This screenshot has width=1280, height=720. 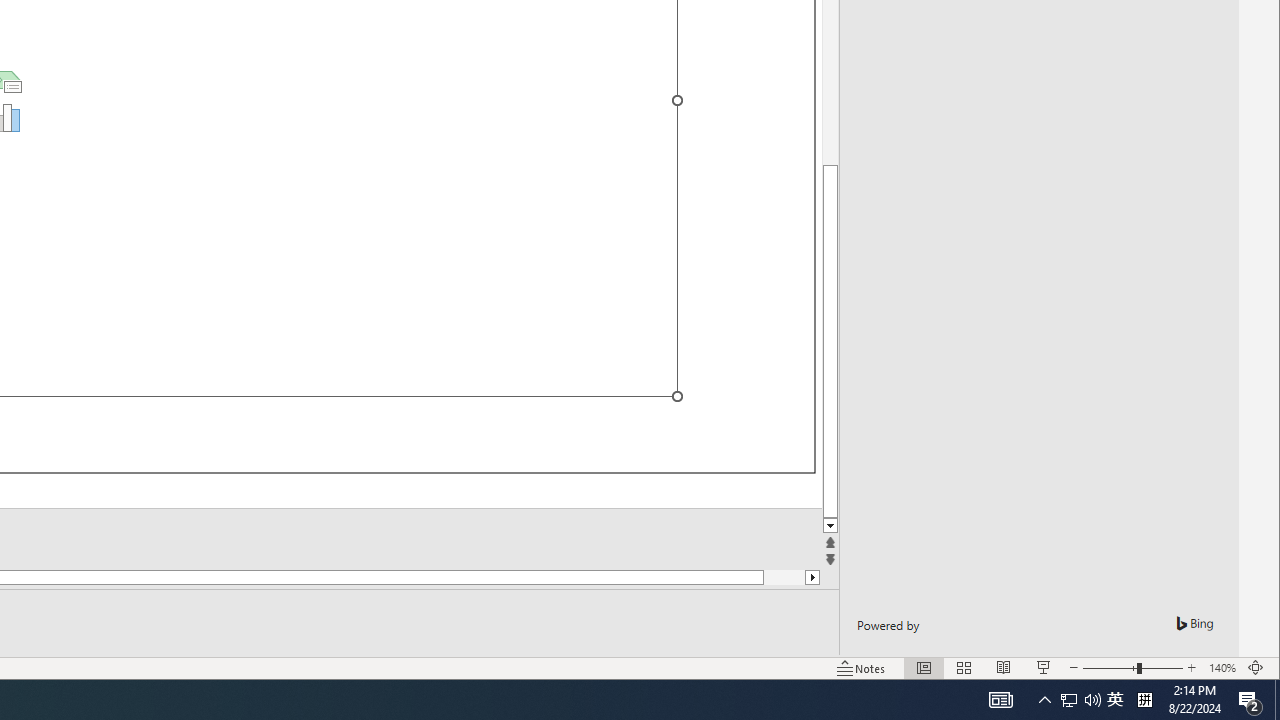 I want to click on 'Notification Chevron', so click(x=1044, y=698).